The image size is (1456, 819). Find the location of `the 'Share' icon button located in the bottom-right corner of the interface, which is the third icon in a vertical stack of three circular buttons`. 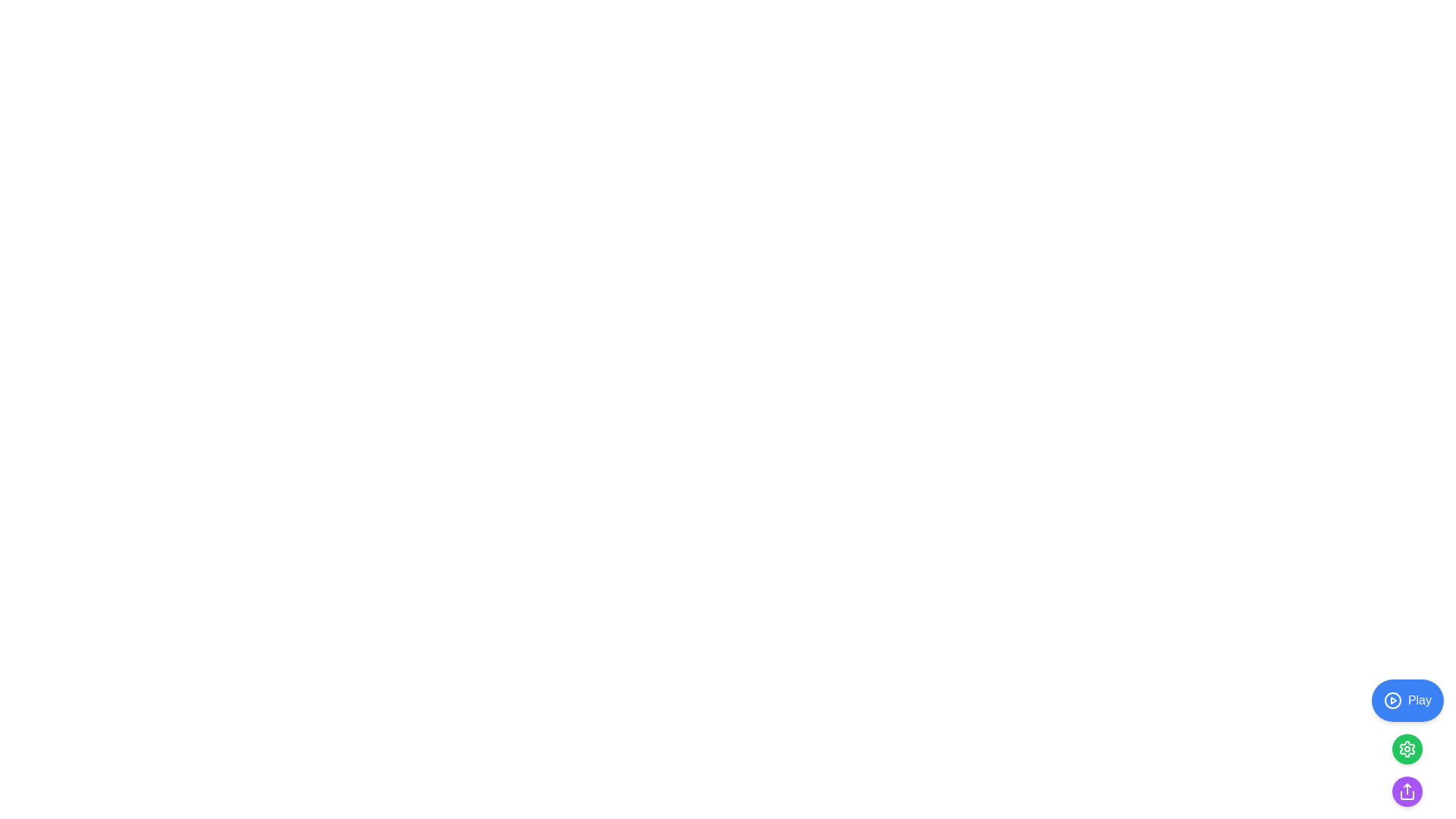

the 'Share' icon button located in the bottom-right corner of the interface, which is the third icon in a vertical stack of three circular buttons is located at coordinates (1407, 791).